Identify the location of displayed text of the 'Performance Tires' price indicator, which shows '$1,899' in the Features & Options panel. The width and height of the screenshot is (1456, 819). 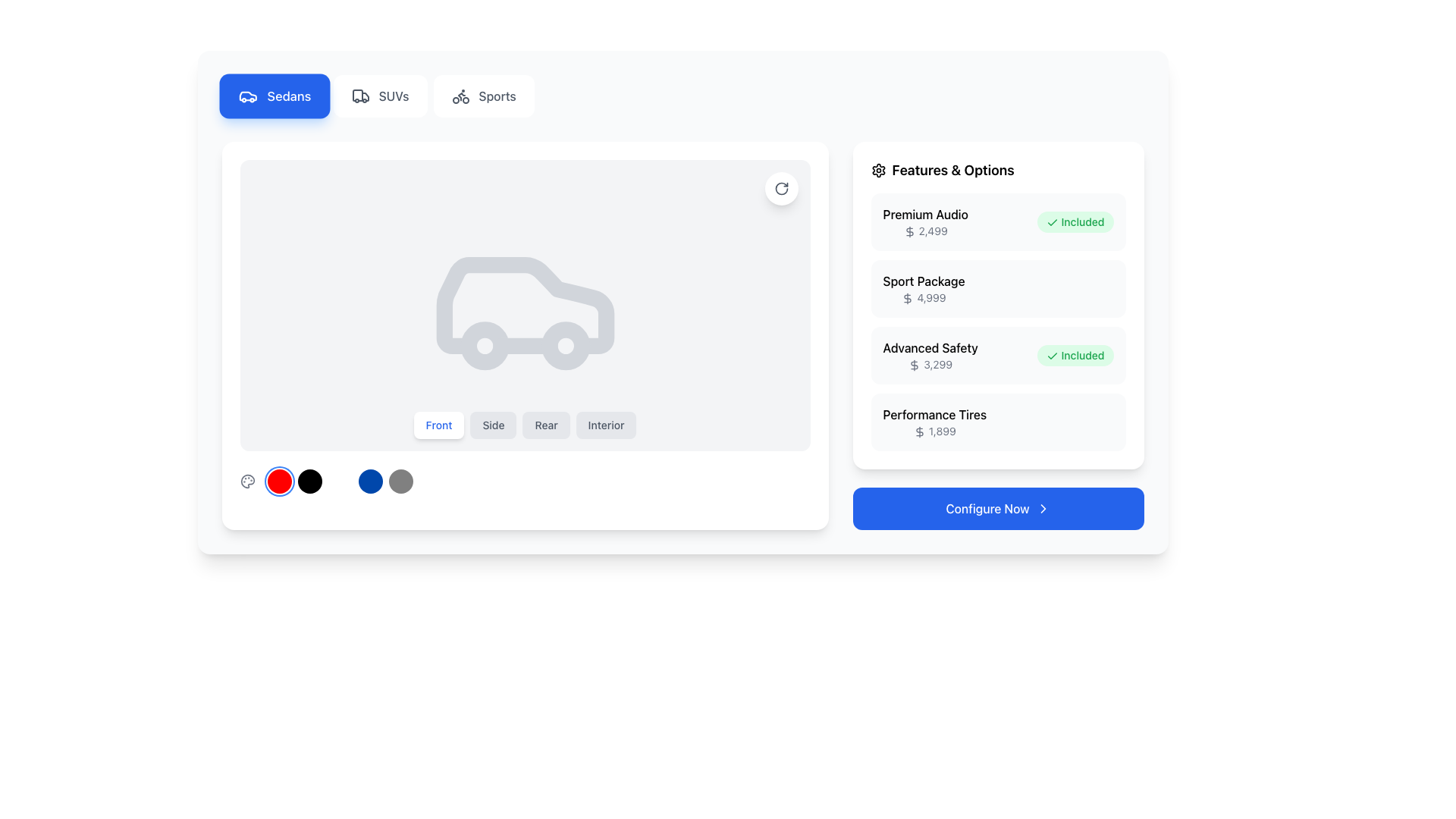
(934, 422).